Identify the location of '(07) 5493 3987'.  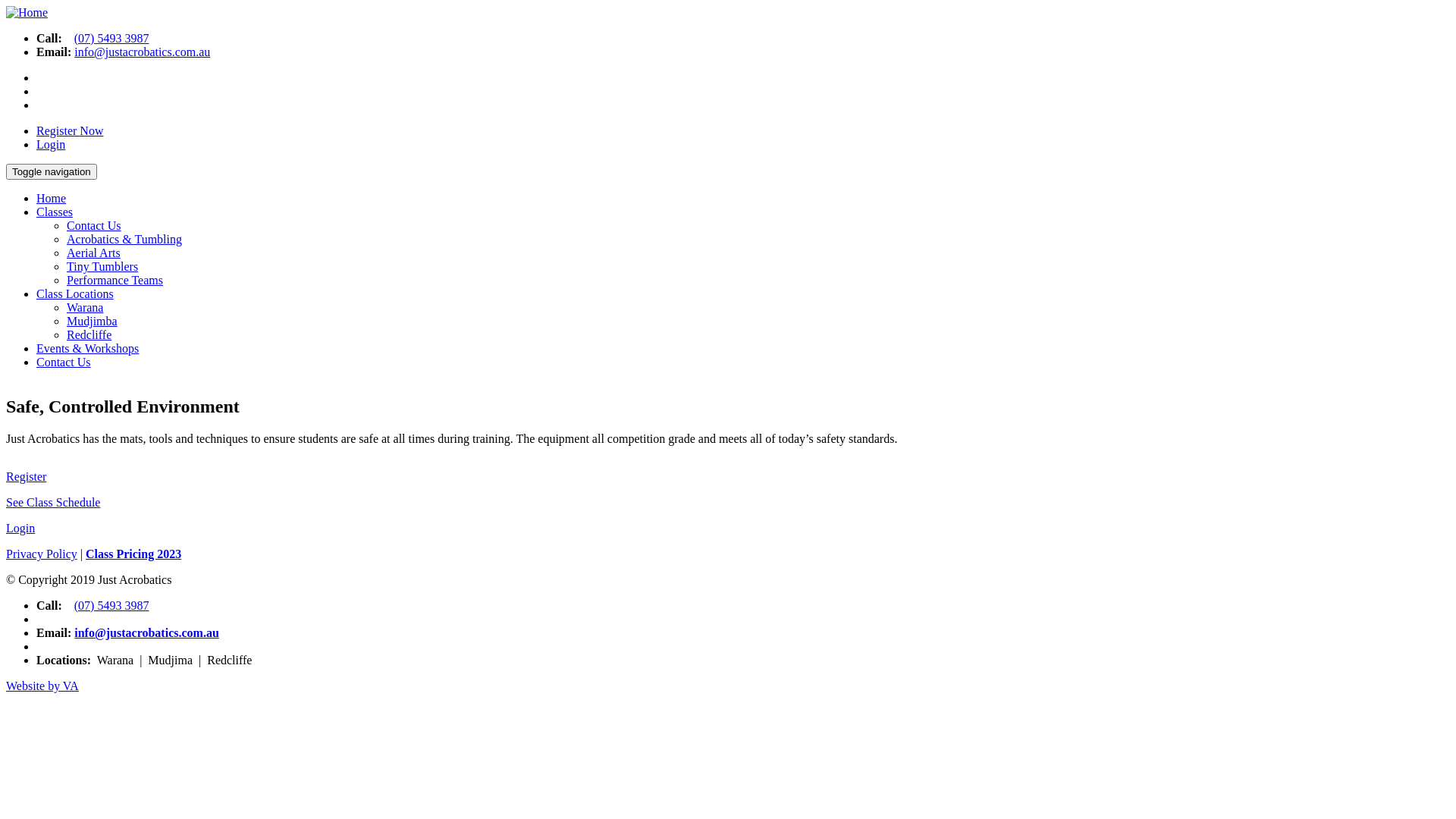
(111, 604).